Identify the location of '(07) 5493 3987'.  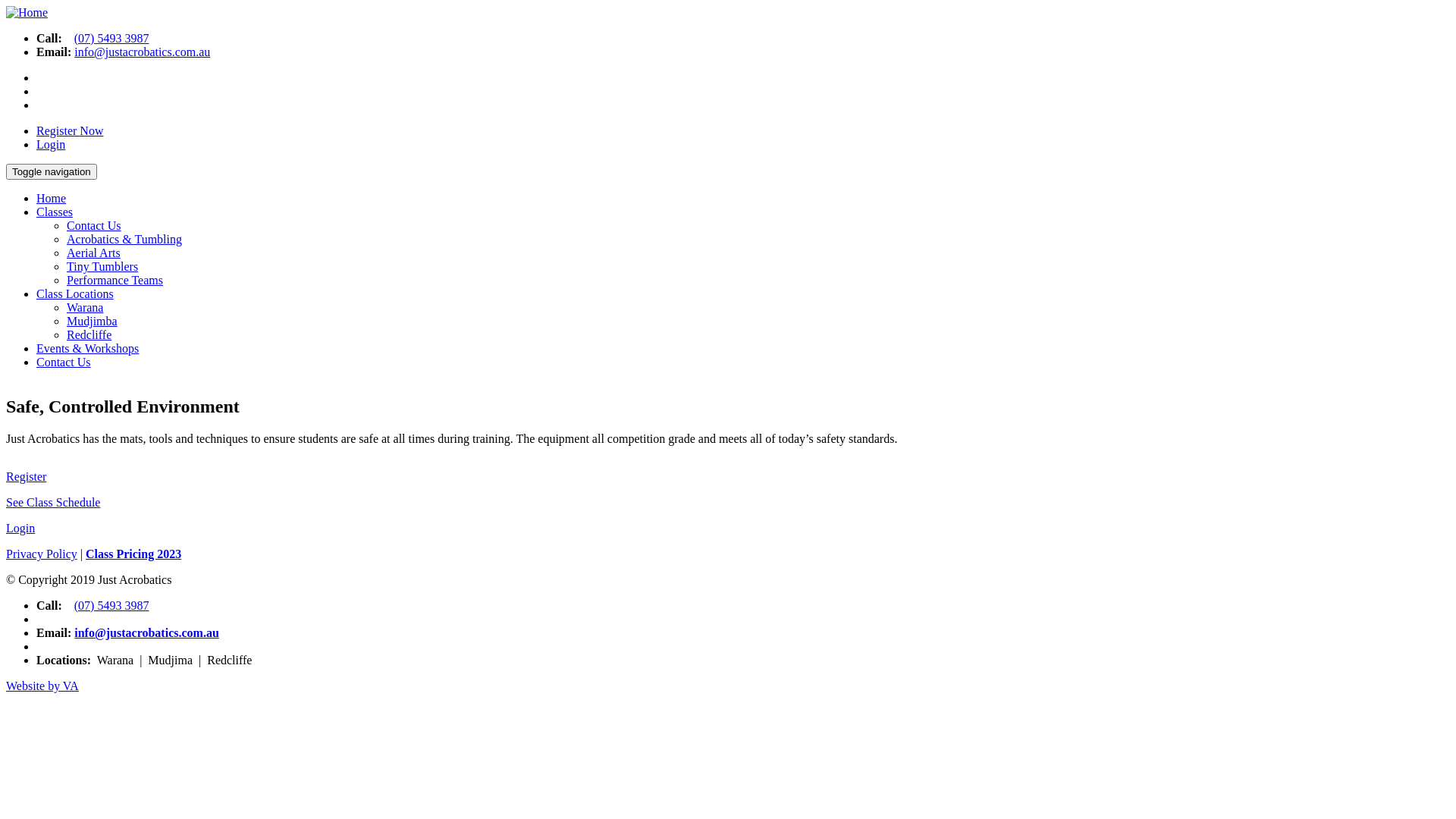
(111, 604).